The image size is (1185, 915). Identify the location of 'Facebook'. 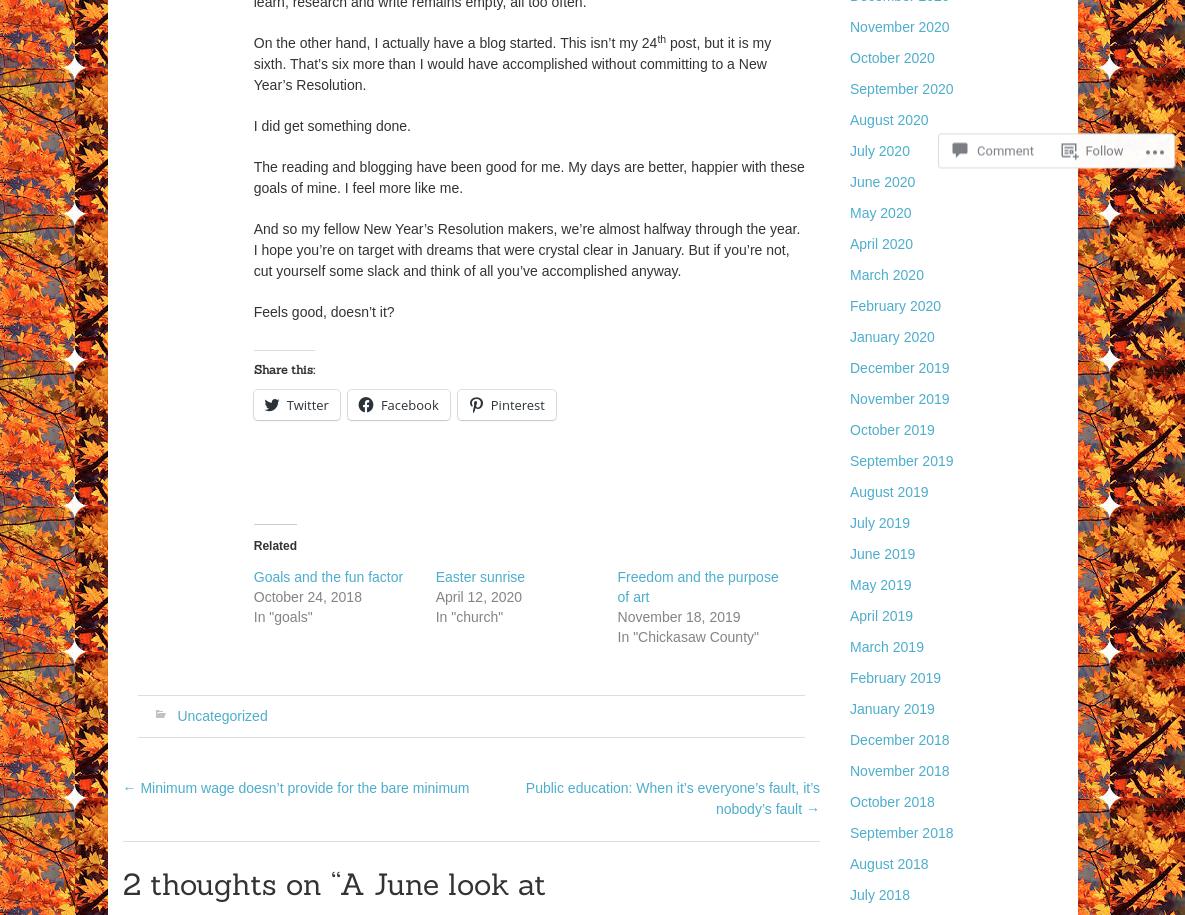
(407, 402).